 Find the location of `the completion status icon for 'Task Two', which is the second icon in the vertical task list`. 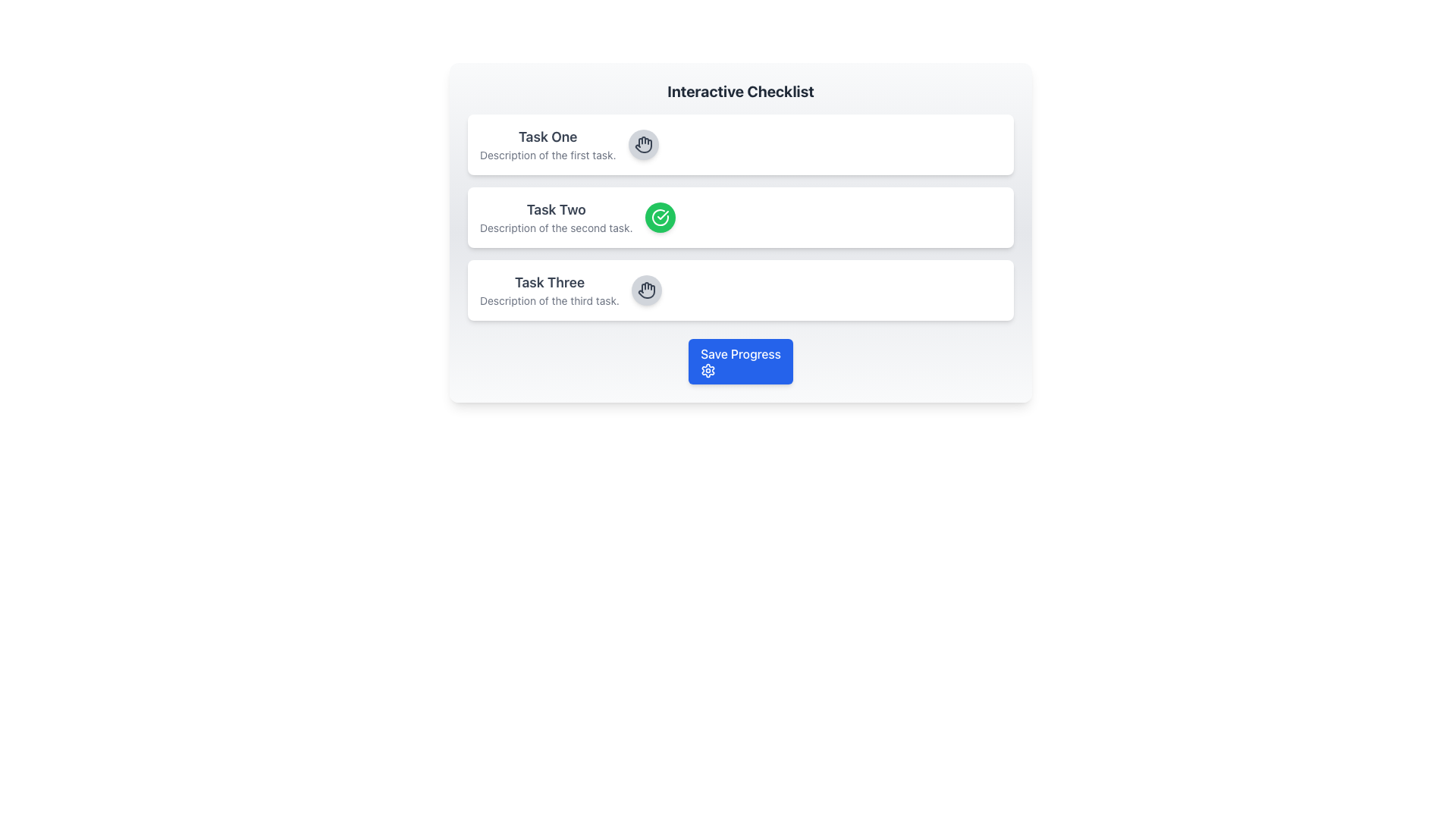

the completion status icon for 'Task Two', which is the second icon in the vertical task list is located at coordinates (660, 217).